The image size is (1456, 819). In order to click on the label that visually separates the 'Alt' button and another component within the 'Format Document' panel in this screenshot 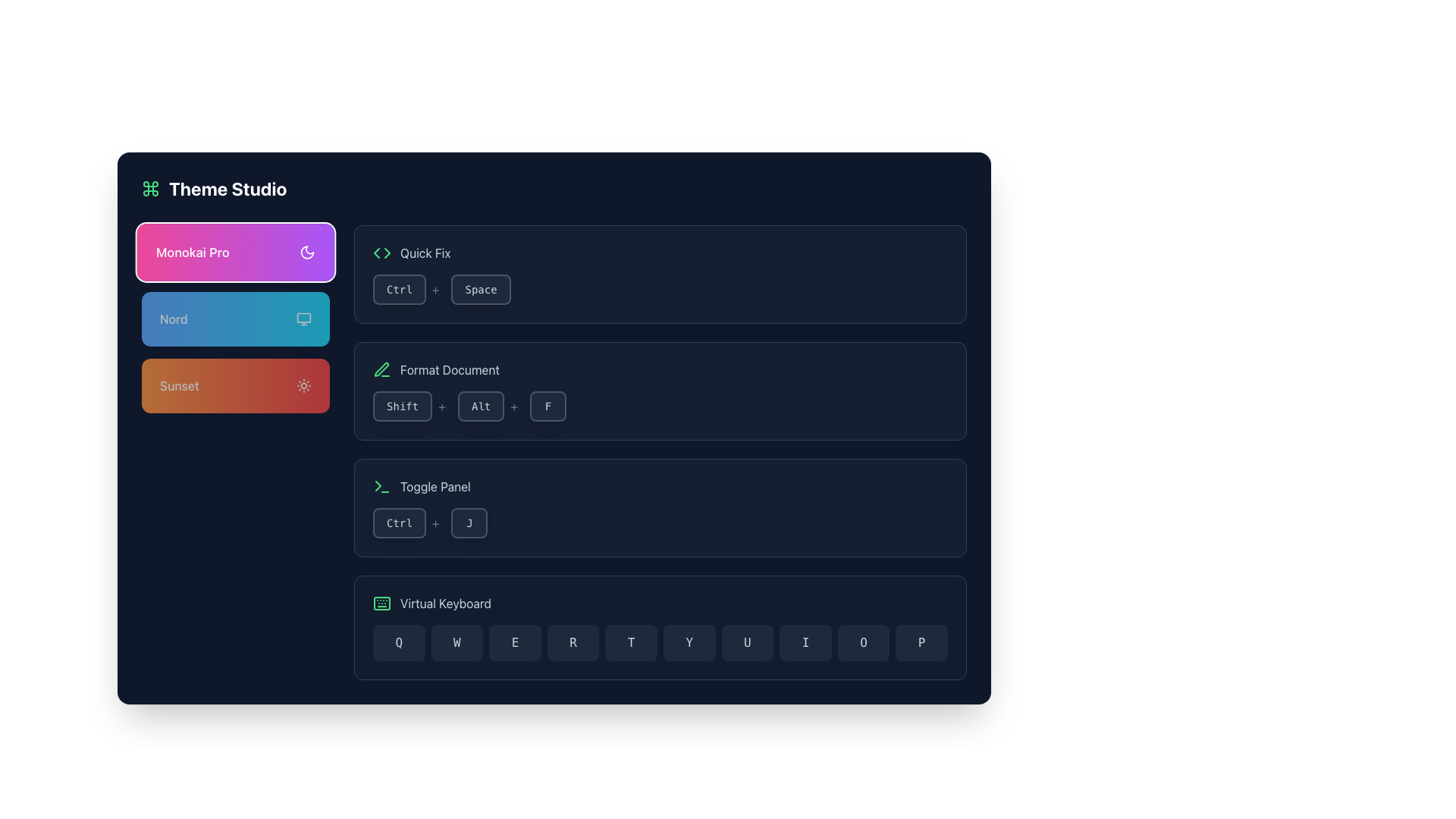, I will do `click(514, 406)`.